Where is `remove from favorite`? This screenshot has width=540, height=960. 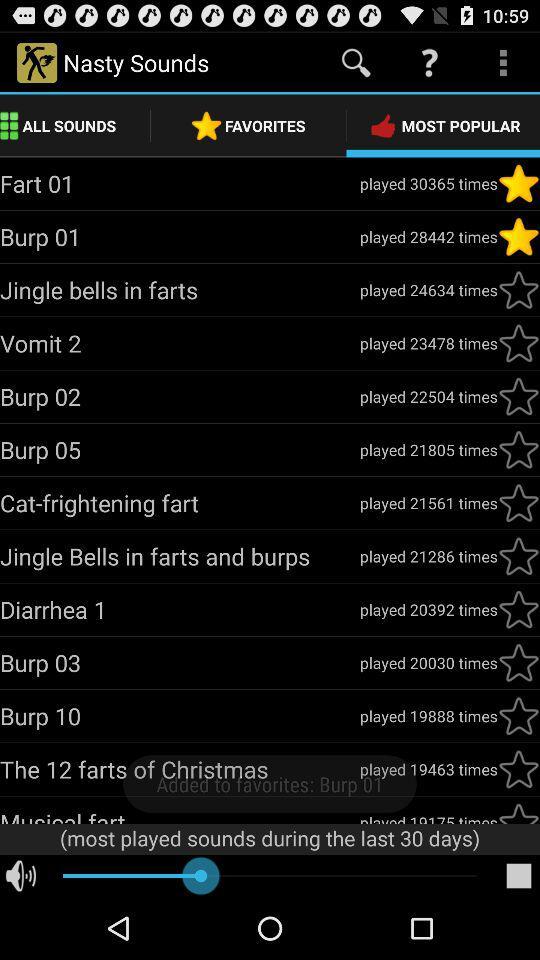
remove from favorite is located at coordinates (518, 237).